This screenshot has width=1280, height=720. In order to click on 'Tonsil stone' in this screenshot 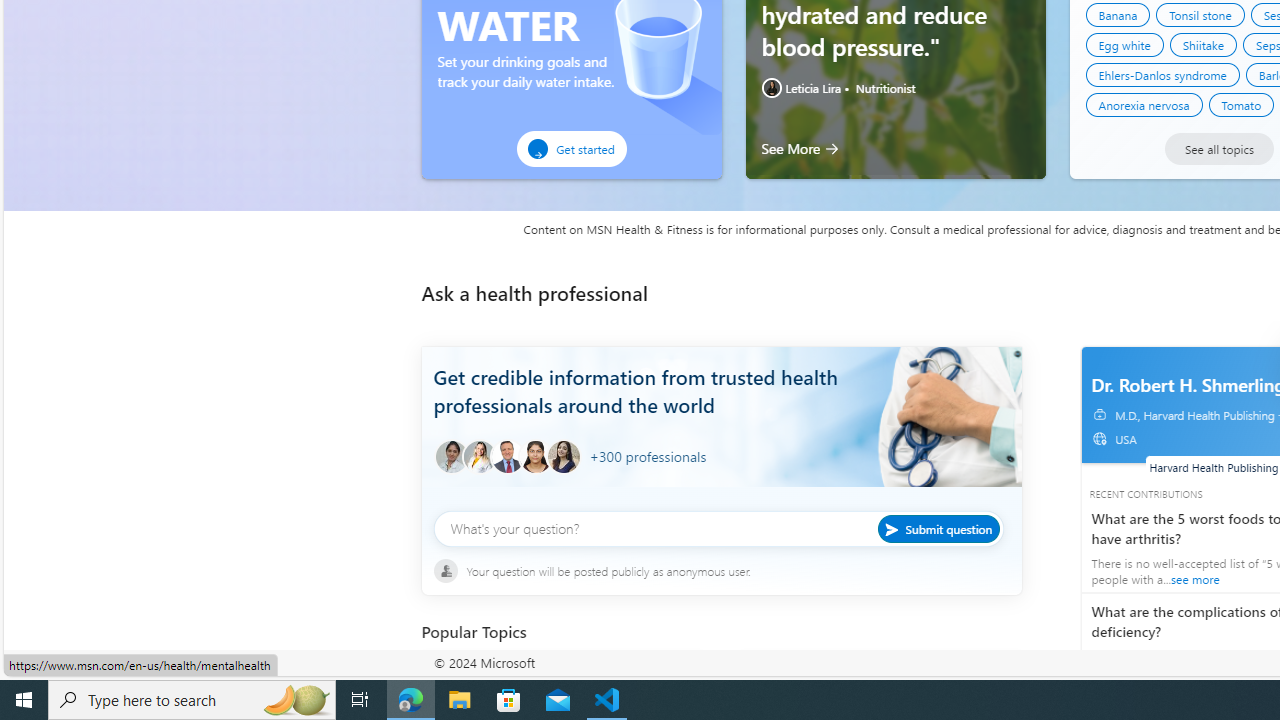, I will do `click(1200, 15)`.